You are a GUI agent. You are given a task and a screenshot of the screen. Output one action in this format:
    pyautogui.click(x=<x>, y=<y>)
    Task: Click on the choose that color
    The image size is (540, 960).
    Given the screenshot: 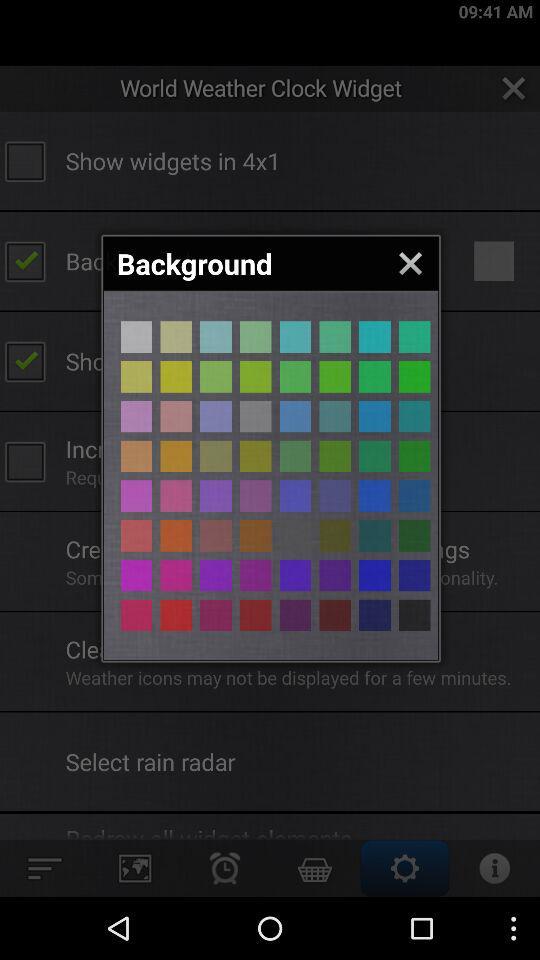 What is the action you would take?
    pyautogui.click(x=294, y=337)
    